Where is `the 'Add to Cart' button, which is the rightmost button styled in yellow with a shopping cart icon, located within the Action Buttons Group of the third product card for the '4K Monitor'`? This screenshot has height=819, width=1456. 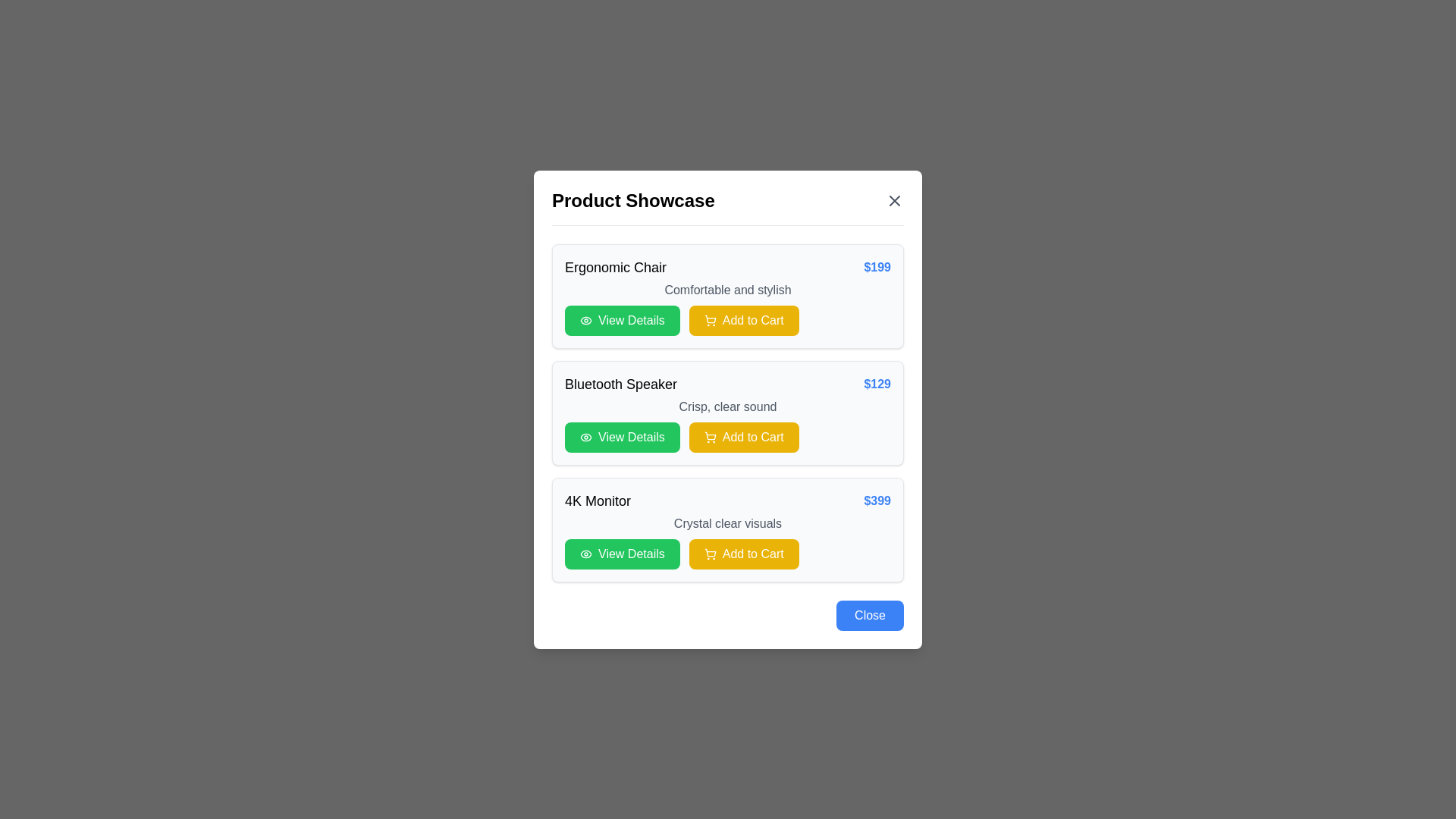
the 'Add to Cart' button, which is the rightmost button styled in yellow with a shopping cart icon, located within the Action Buttons Group of the third product card for the '4K Monitor' is located at coordinates (728, 553).